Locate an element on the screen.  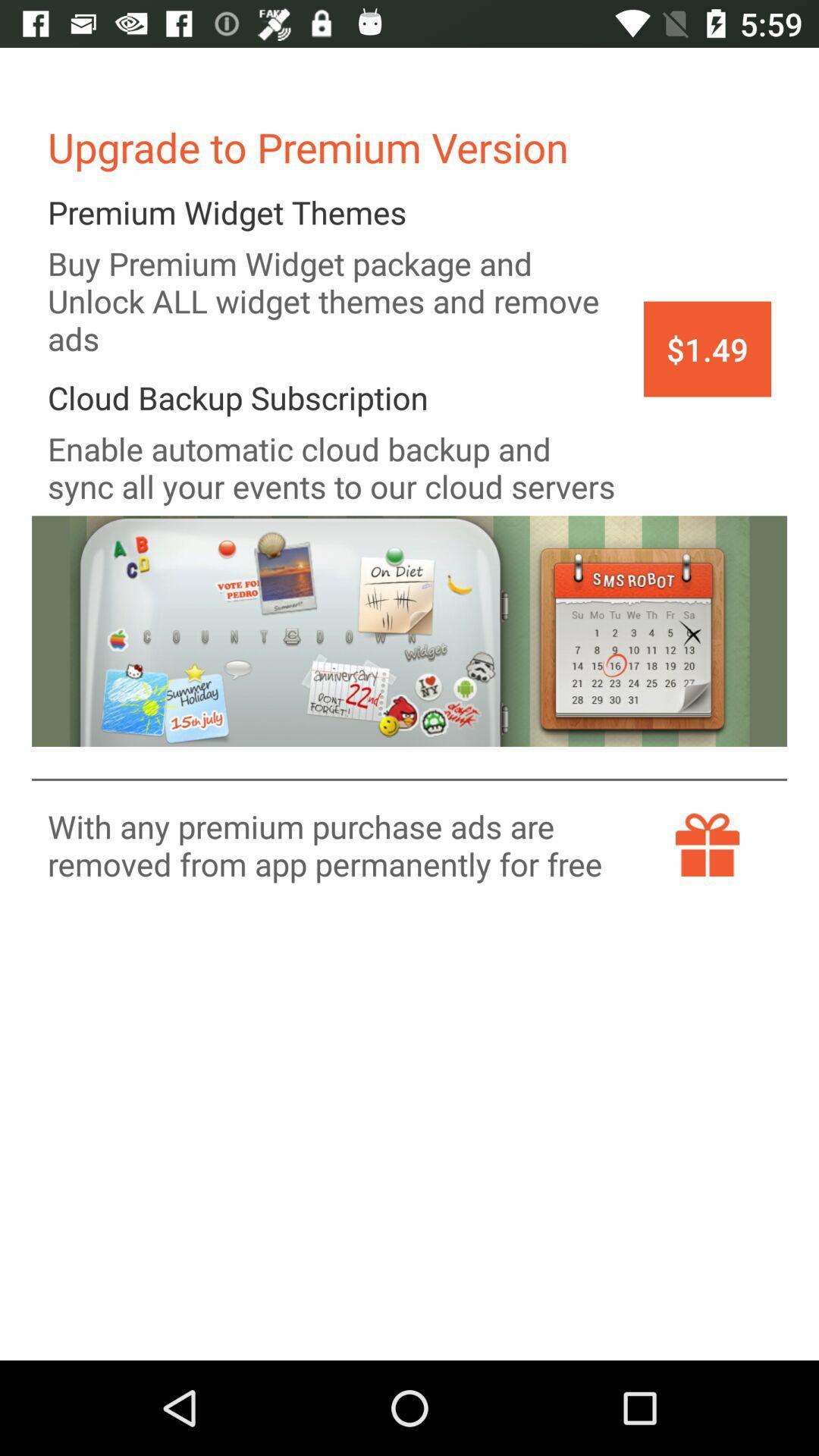
the item at the top right corner is located at coordinates (708, 348).